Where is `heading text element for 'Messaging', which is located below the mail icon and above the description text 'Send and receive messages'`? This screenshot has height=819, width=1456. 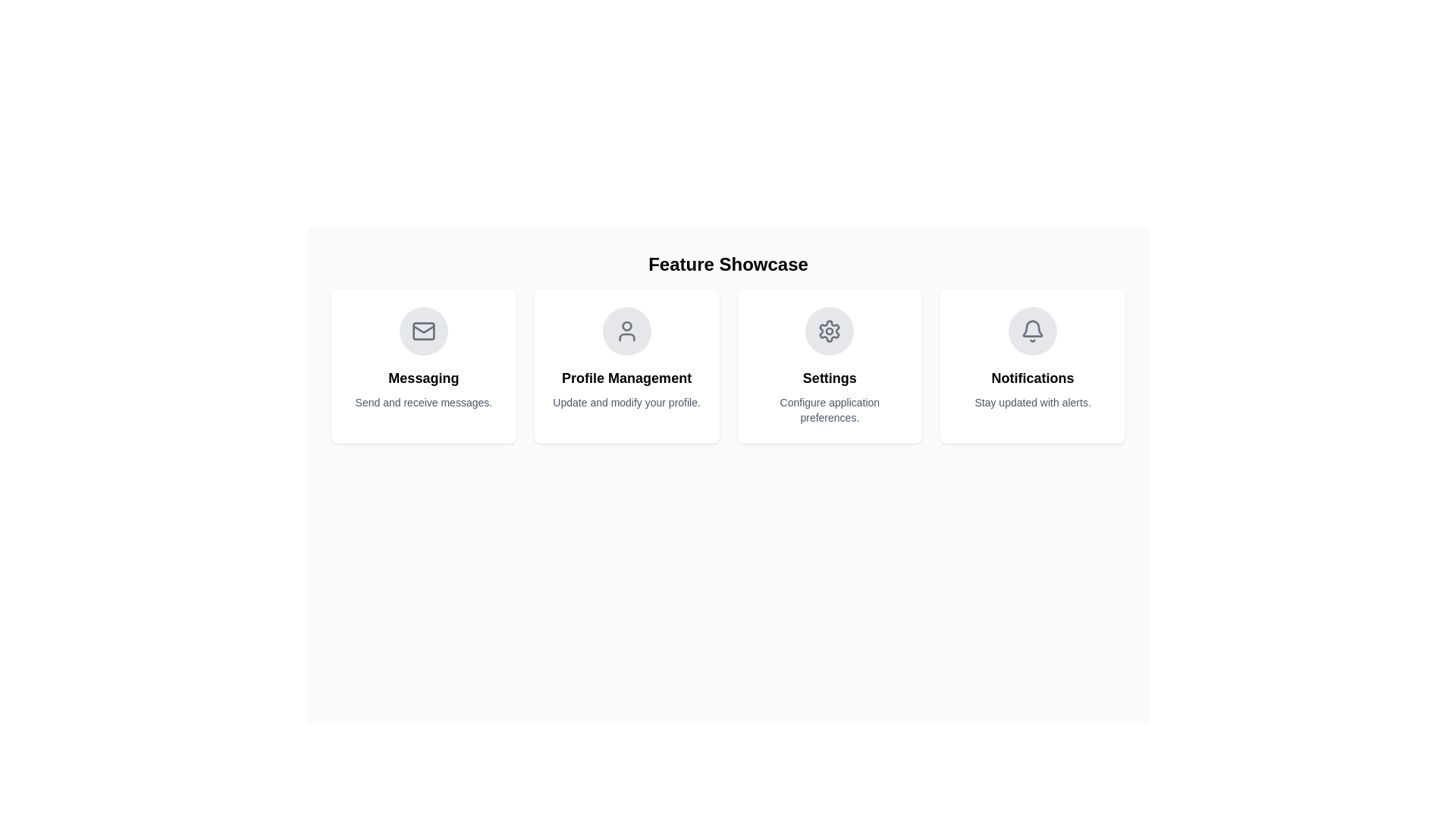
heading text element for 'Messaging', which is located below the mail icon and above the description text 'Send and receive messages' is located at coordinates (423, 377).